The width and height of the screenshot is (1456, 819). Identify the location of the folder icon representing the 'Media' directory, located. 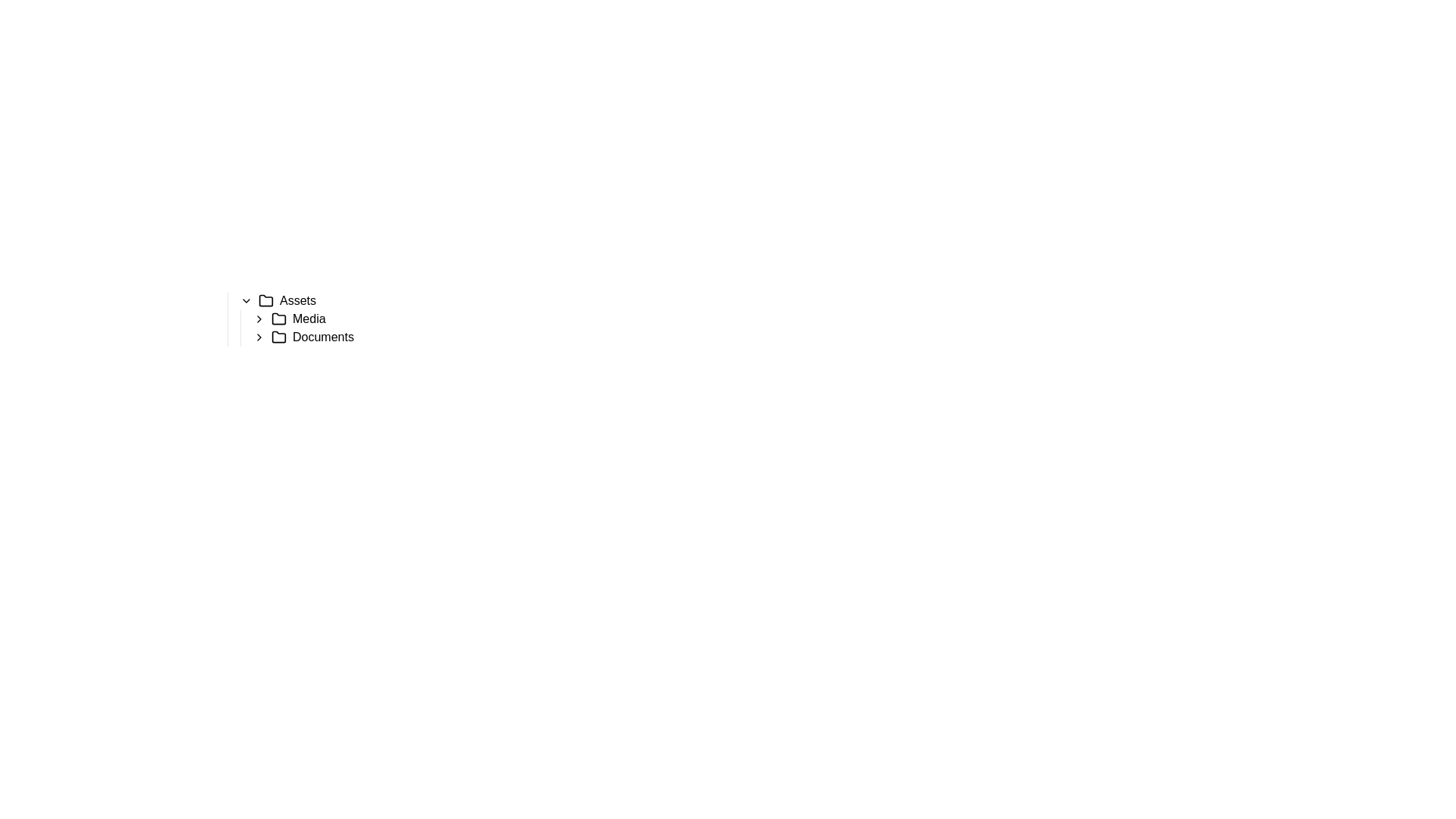
(279, 318).